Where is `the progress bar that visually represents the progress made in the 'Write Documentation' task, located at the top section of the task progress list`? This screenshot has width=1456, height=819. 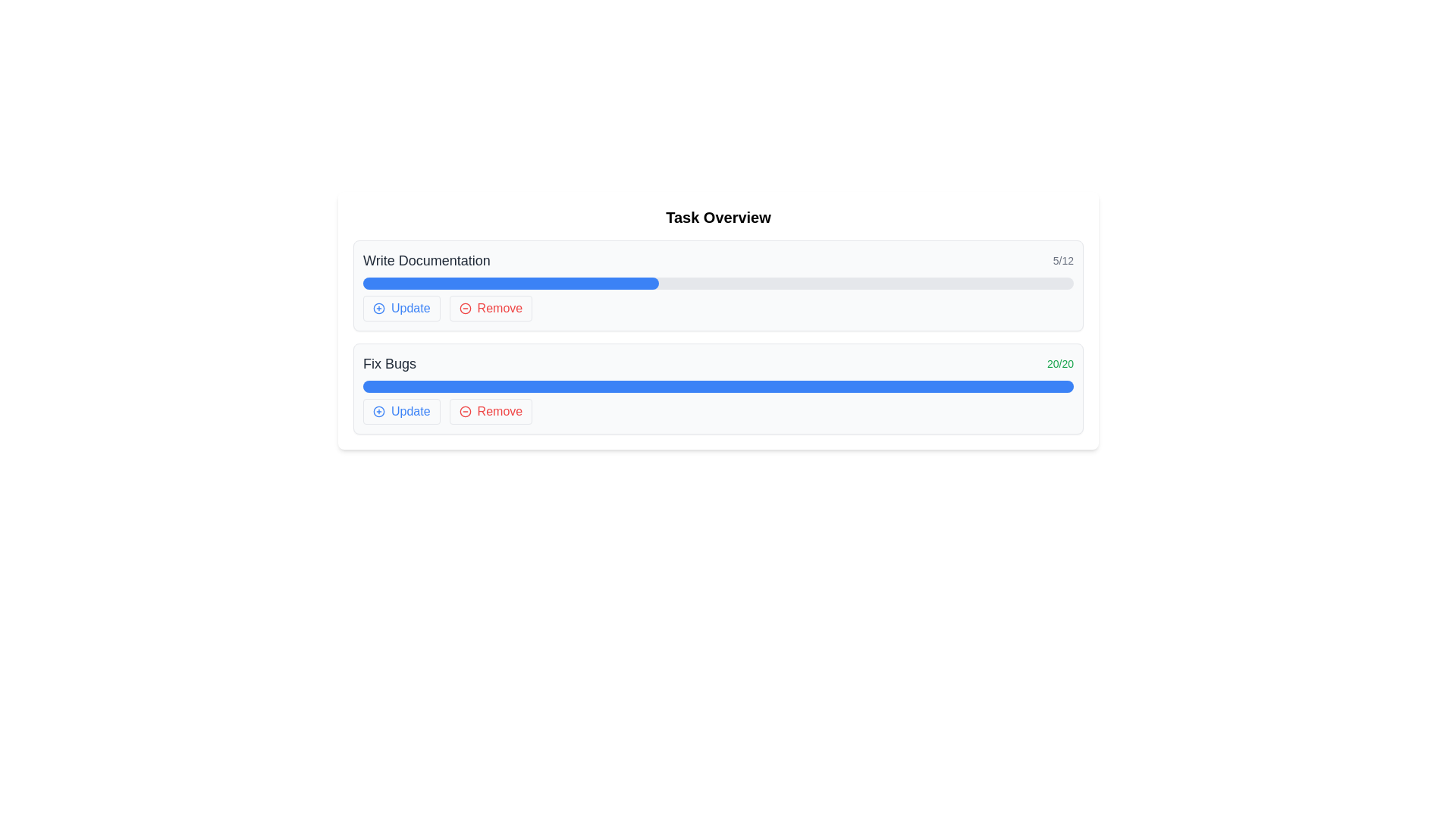
the progress bar that visually represents the progress made in the 'Write Documentation' task, located at the top section of the task progress list is located at coordinates (511, 284).